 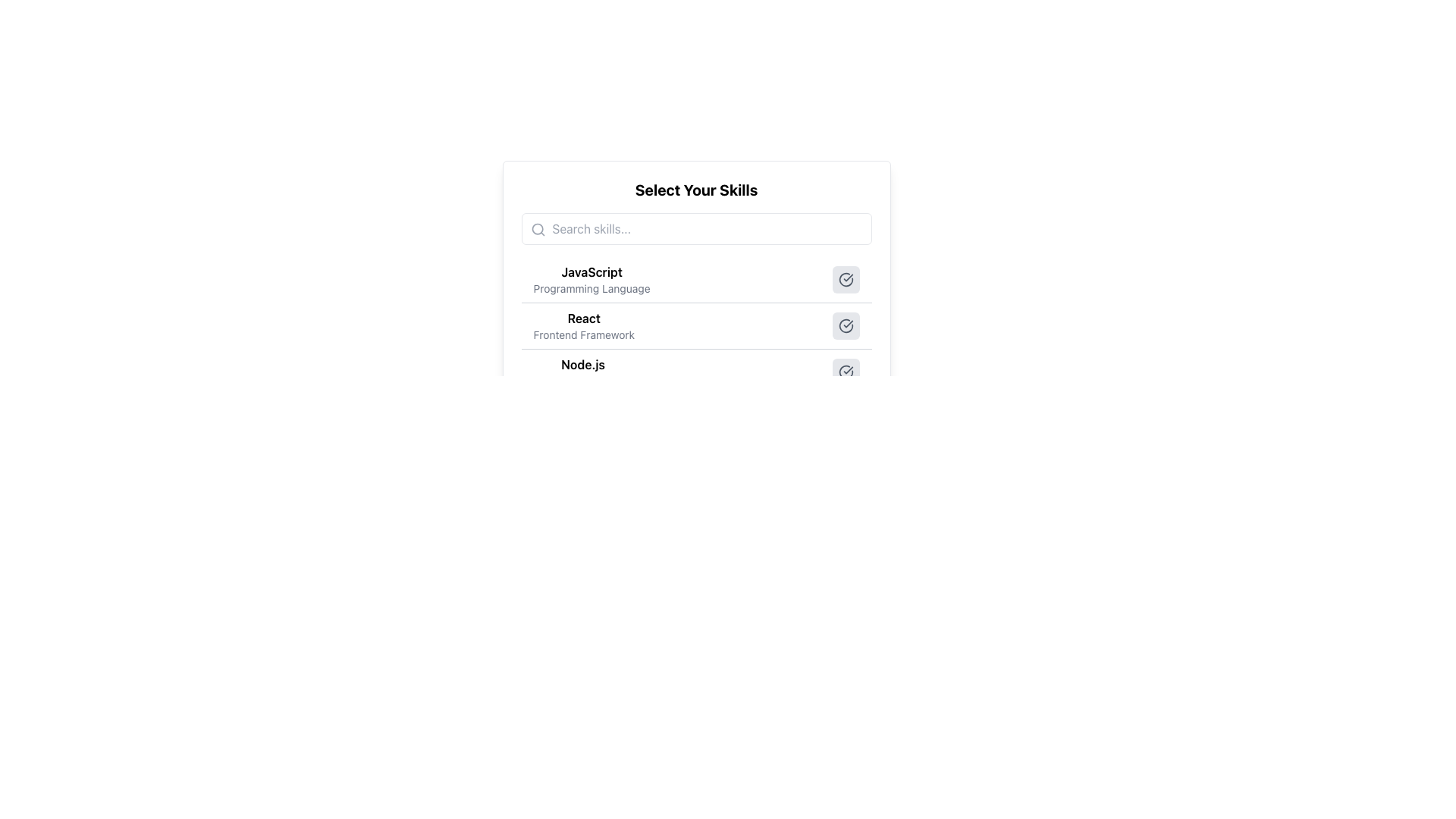 I want to click on the checkmark icon inside a circle located to the right of the 'JavaScript' text, so click(x=845, y=280).